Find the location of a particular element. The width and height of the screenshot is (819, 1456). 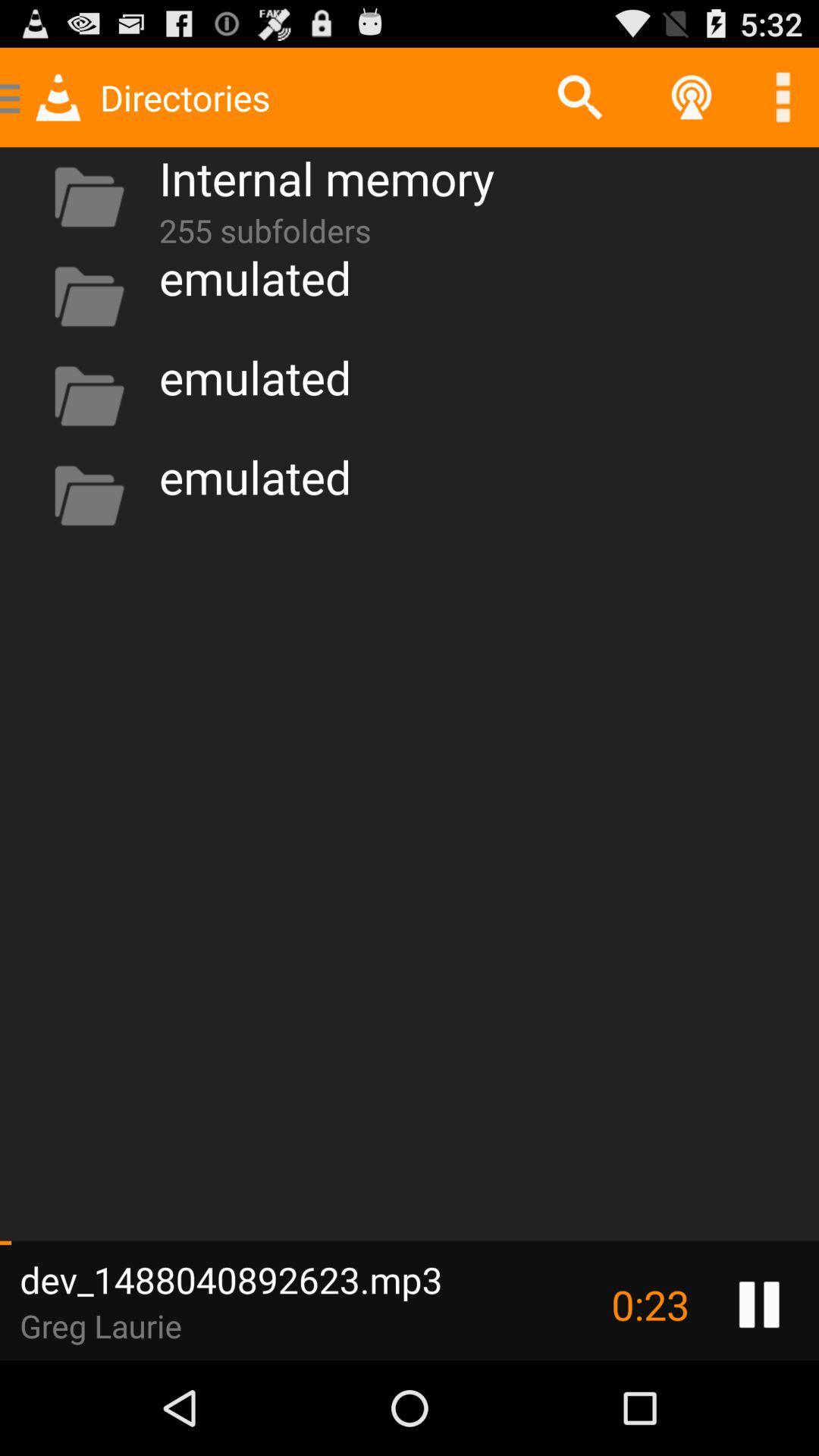

the pause icon is located at coordinates (759, 1395).